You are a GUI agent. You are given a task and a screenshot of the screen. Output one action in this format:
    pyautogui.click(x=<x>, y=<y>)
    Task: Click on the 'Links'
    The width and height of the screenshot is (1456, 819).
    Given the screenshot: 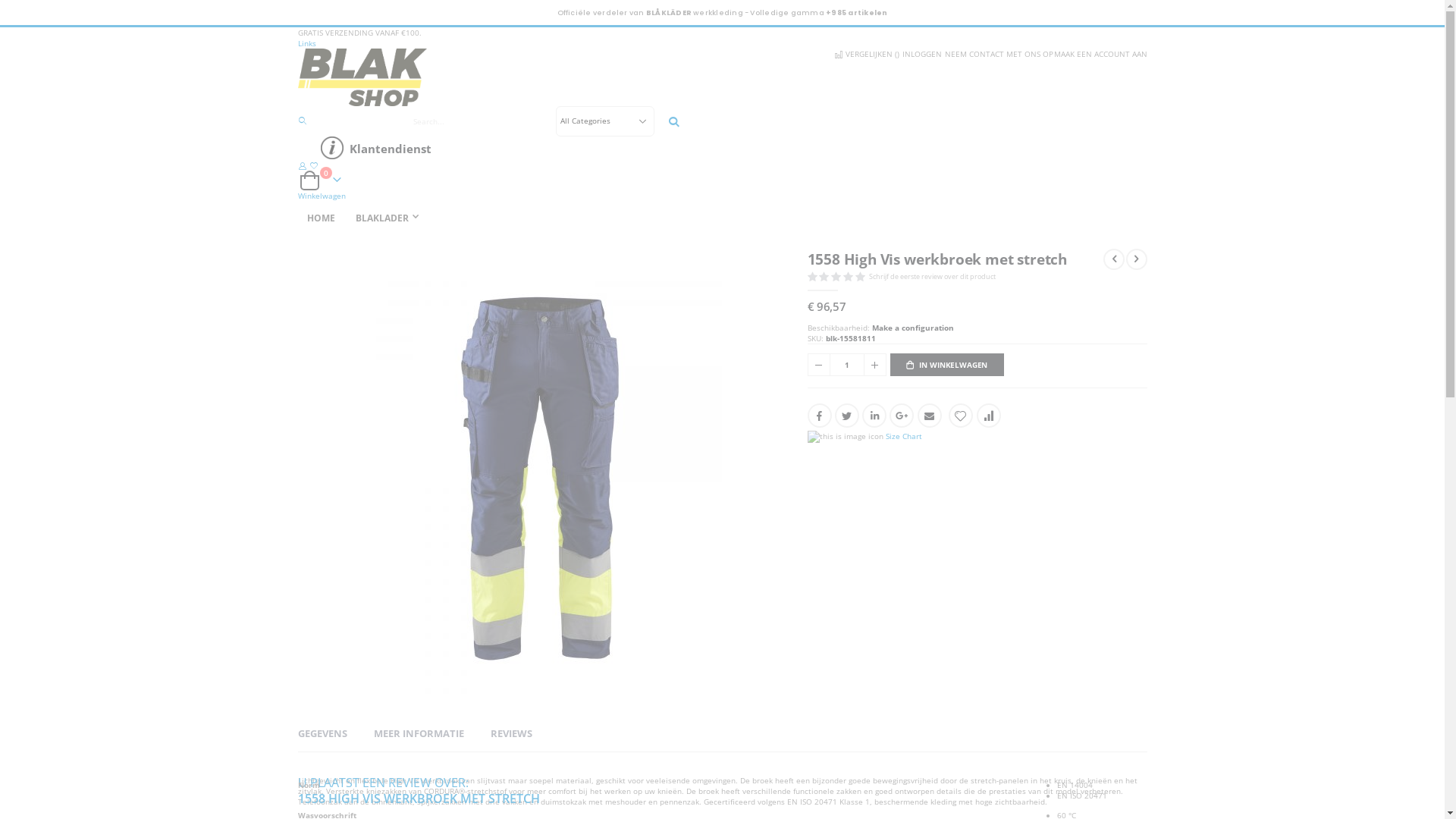 What is the action you would take?
    pyautogui.click(x=297, y=42)
    